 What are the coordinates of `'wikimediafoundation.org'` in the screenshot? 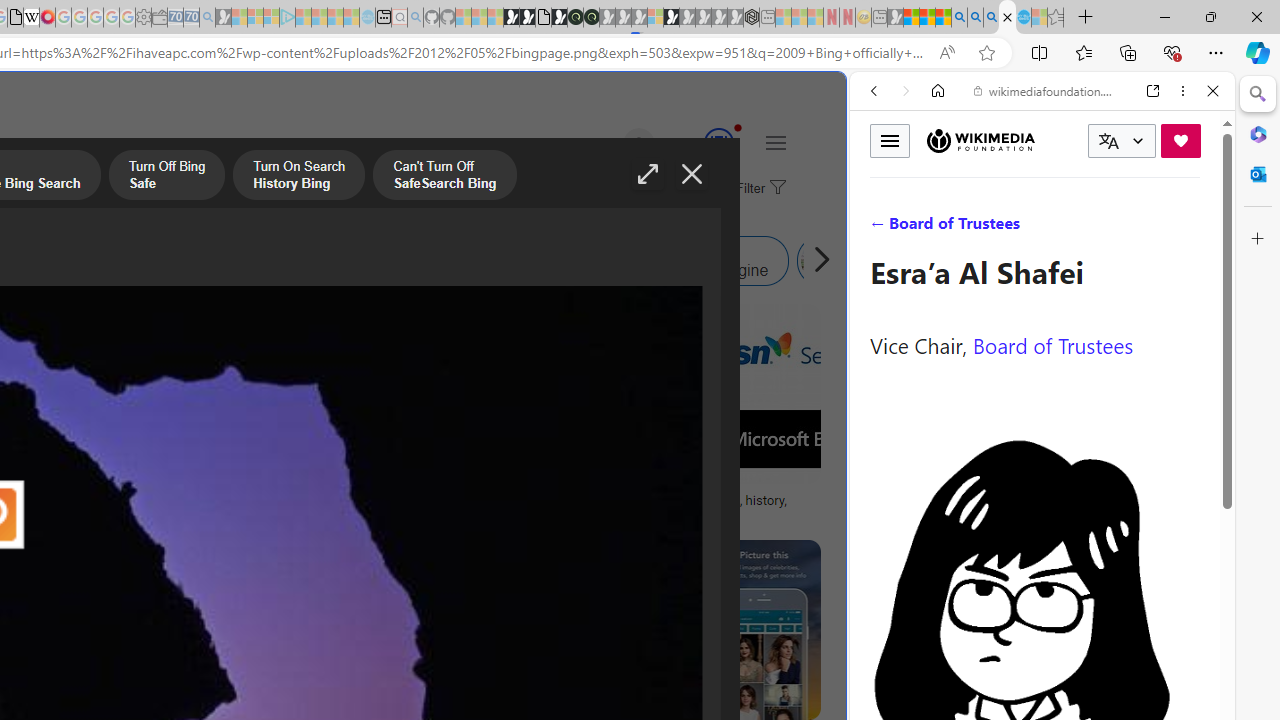 It's located at (1045, 91).